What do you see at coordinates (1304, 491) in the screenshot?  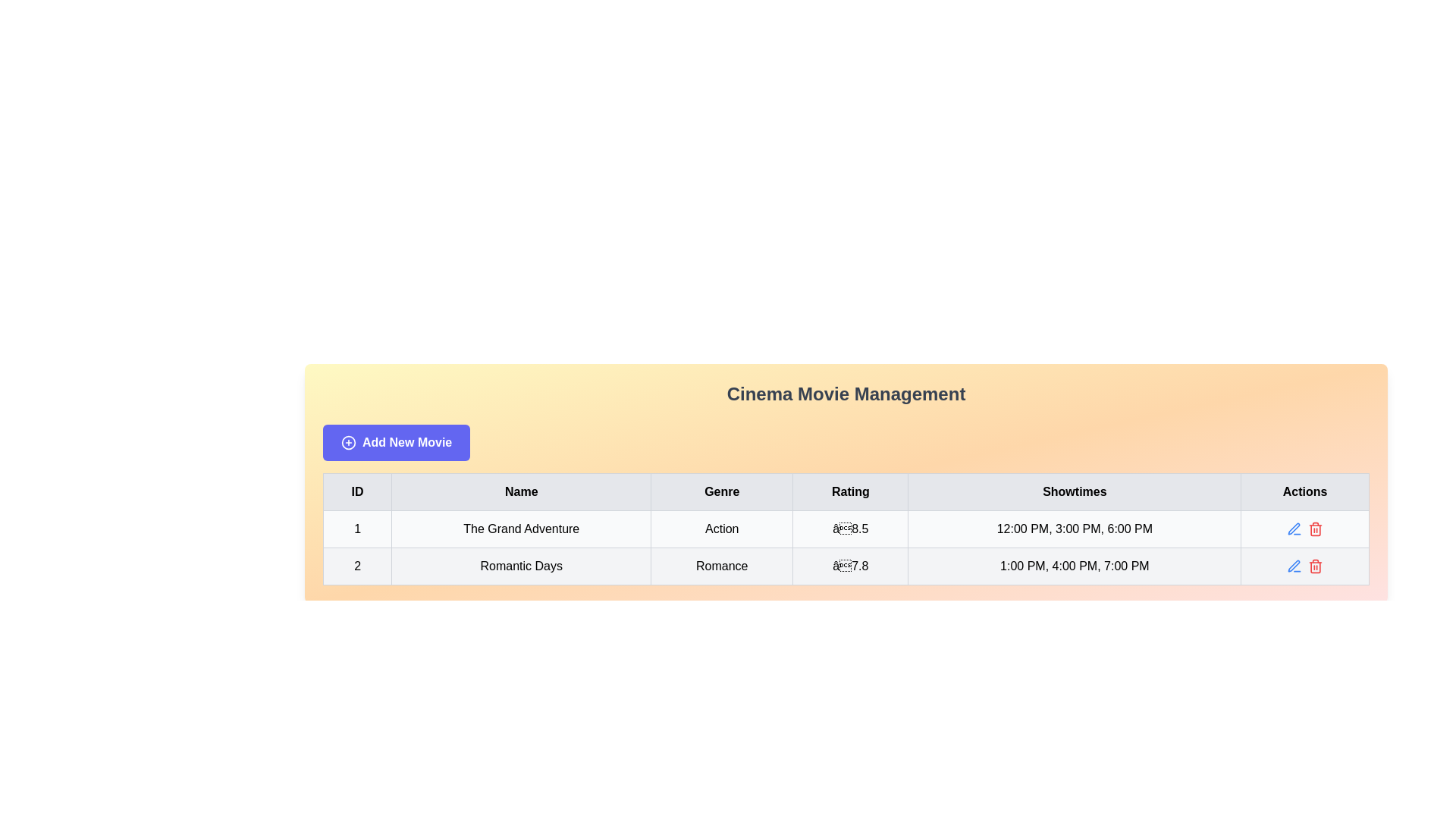 I see `the 'Actions' text label in the table header, which has a grey background and black text, located as the sixth item in the header row` at bounding box center [1304, 491].